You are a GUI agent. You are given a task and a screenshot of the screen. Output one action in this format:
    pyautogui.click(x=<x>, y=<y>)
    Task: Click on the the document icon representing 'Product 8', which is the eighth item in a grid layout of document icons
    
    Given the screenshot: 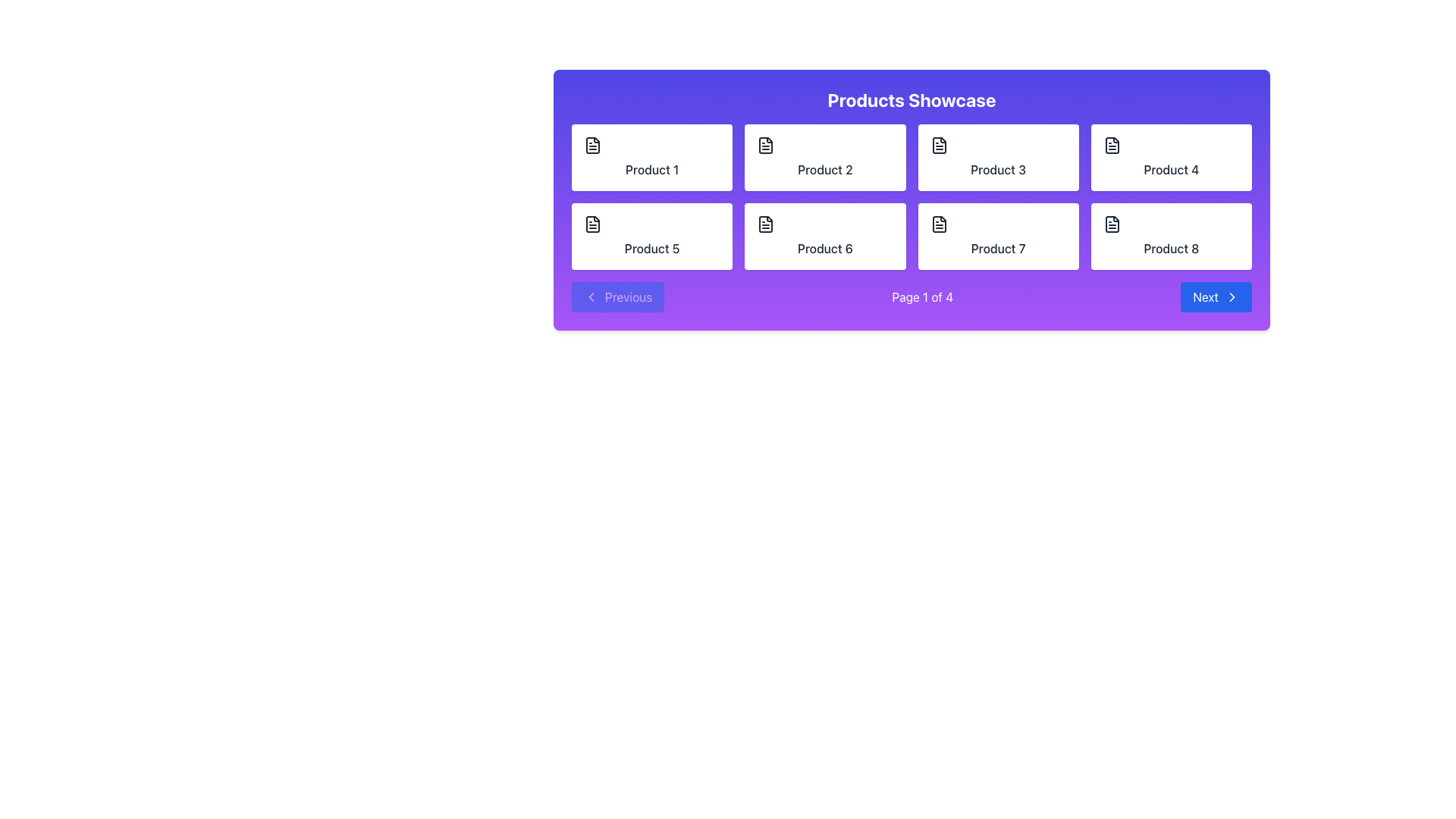 What is the action you would take?
    pyautogui.click(x=1112, y=224)
    